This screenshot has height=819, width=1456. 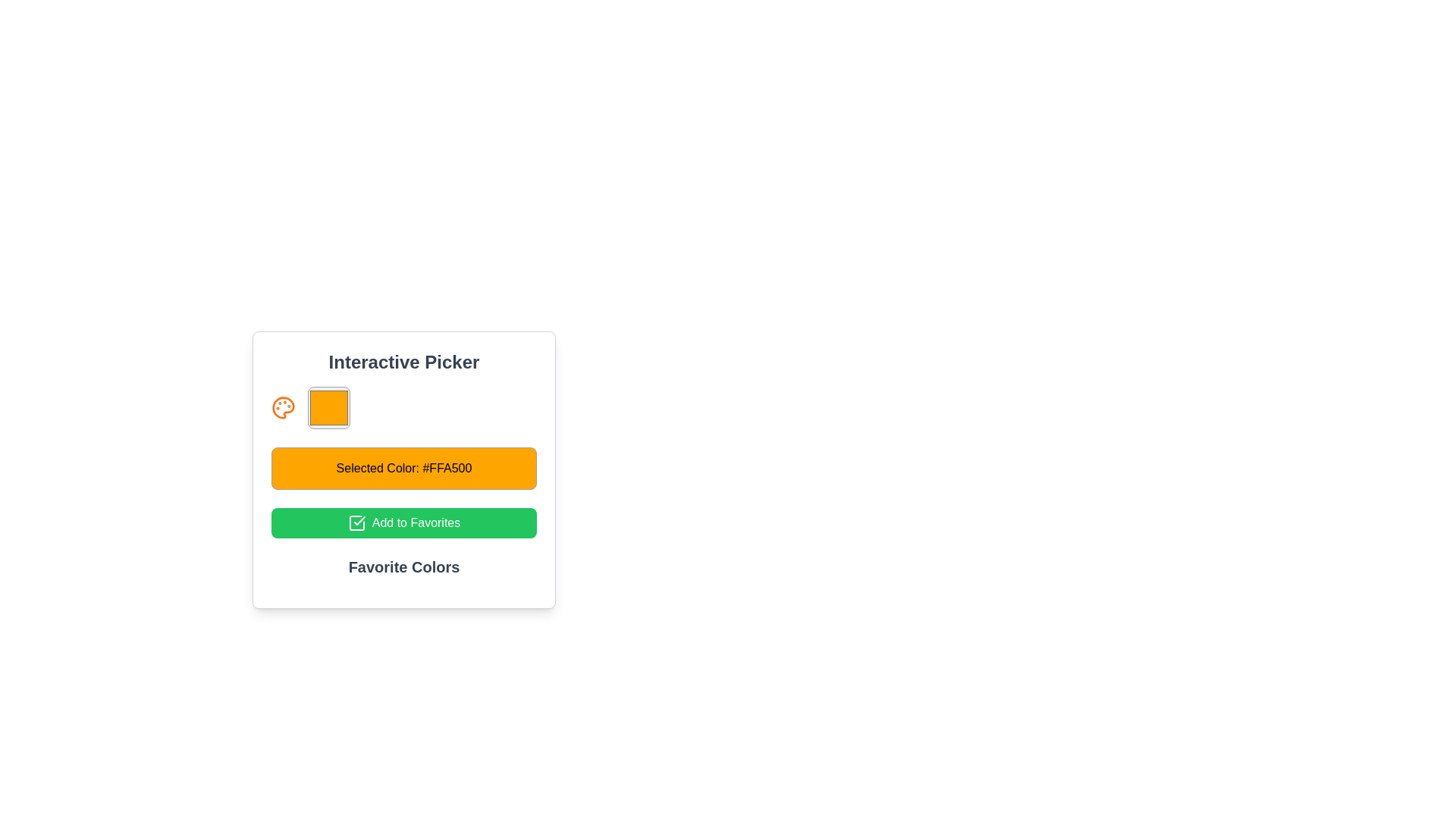 I want to click on the 'Add to Favorites' icon, which is positioned near the left edge of the button labeled 'Add to Favorites', so click(x=356, y=522).